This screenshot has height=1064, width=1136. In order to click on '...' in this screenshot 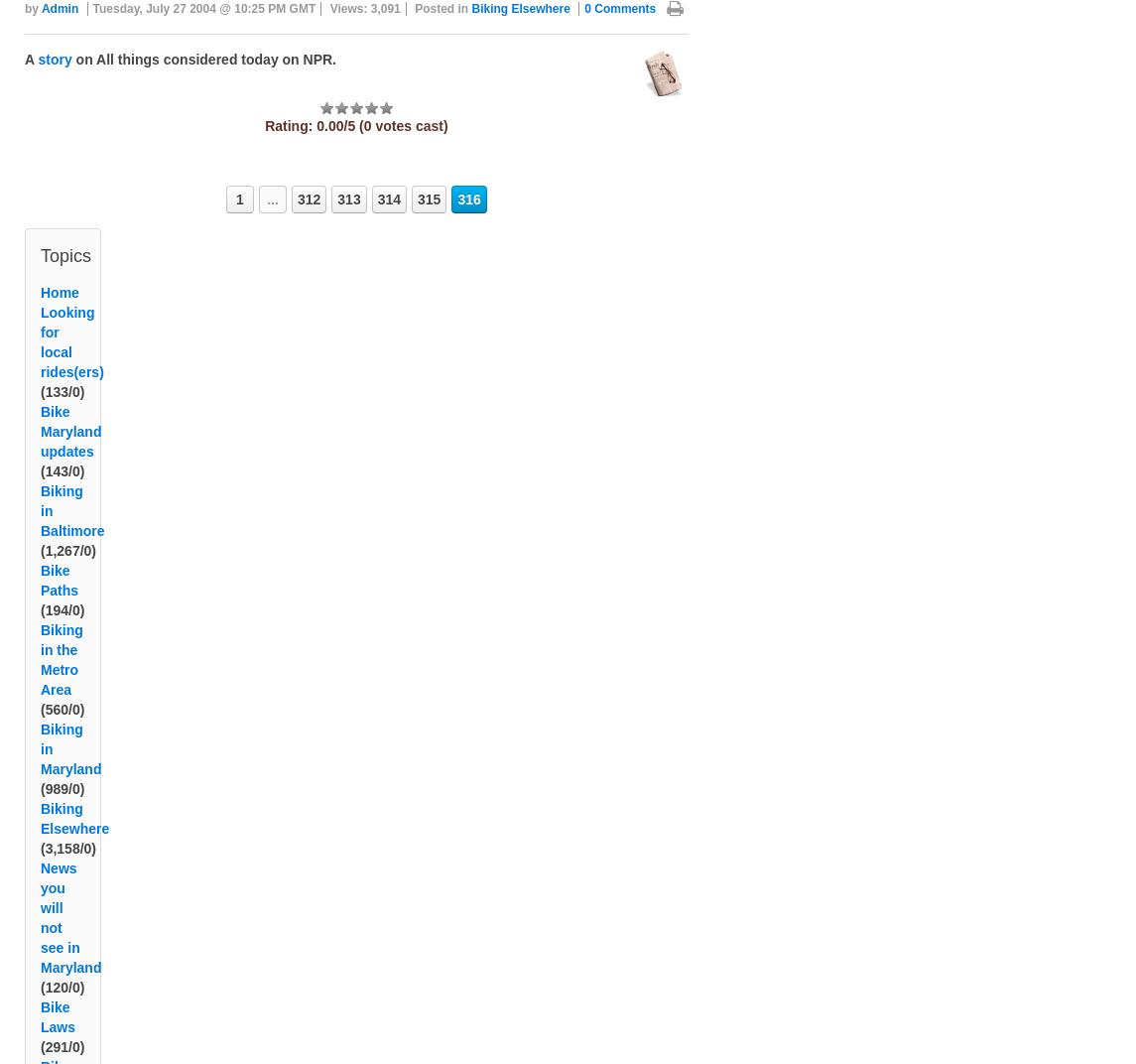, I will do `click(271, 198)`.